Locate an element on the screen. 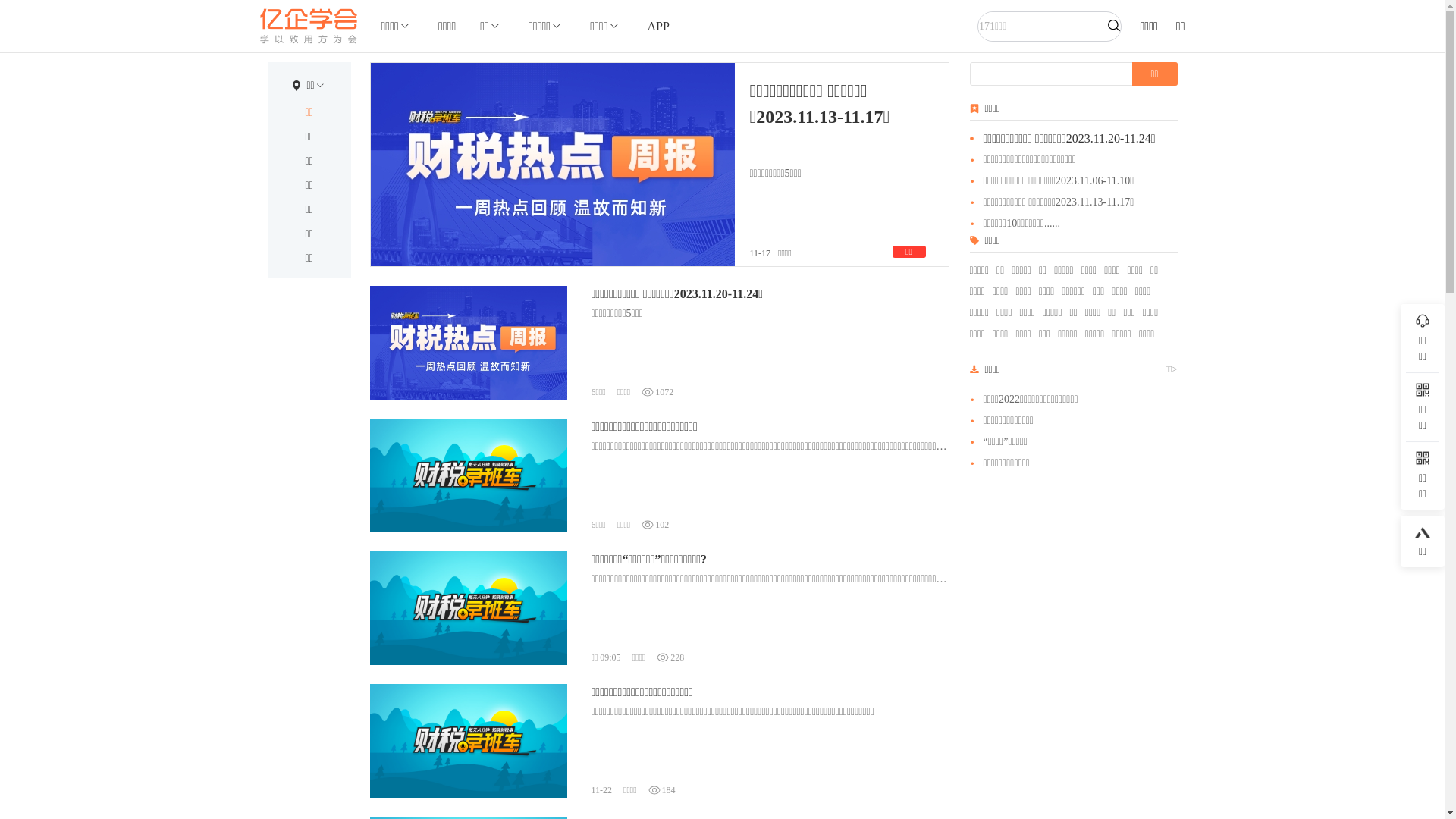  'APP' is located at coordinates (658, 26).